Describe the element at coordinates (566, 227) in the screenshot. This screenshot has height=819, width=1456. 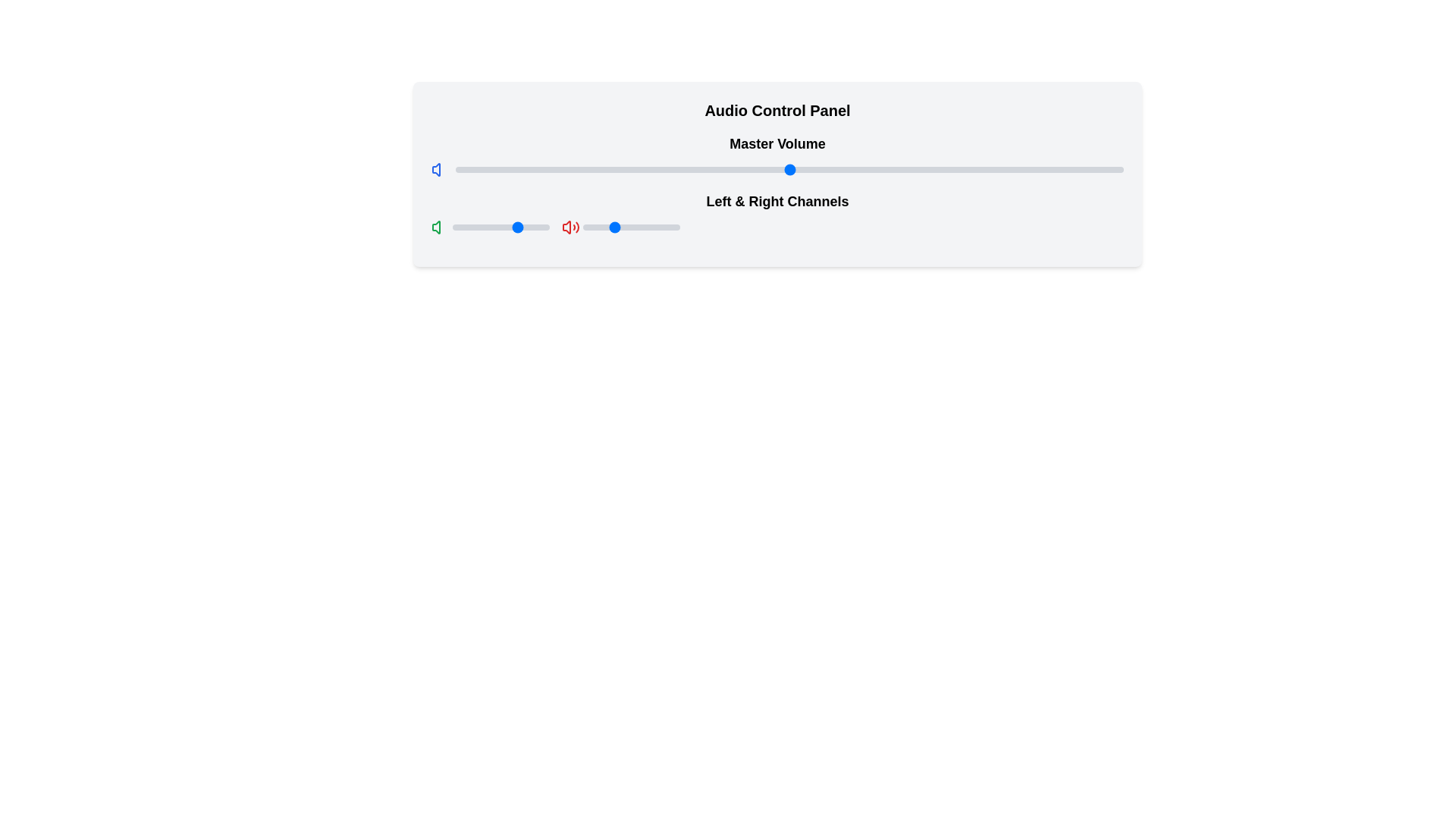
I see `the decorative graphical element of the speaker icon in the audio control panel UI, positioned centrally within the SVG component` at that location.